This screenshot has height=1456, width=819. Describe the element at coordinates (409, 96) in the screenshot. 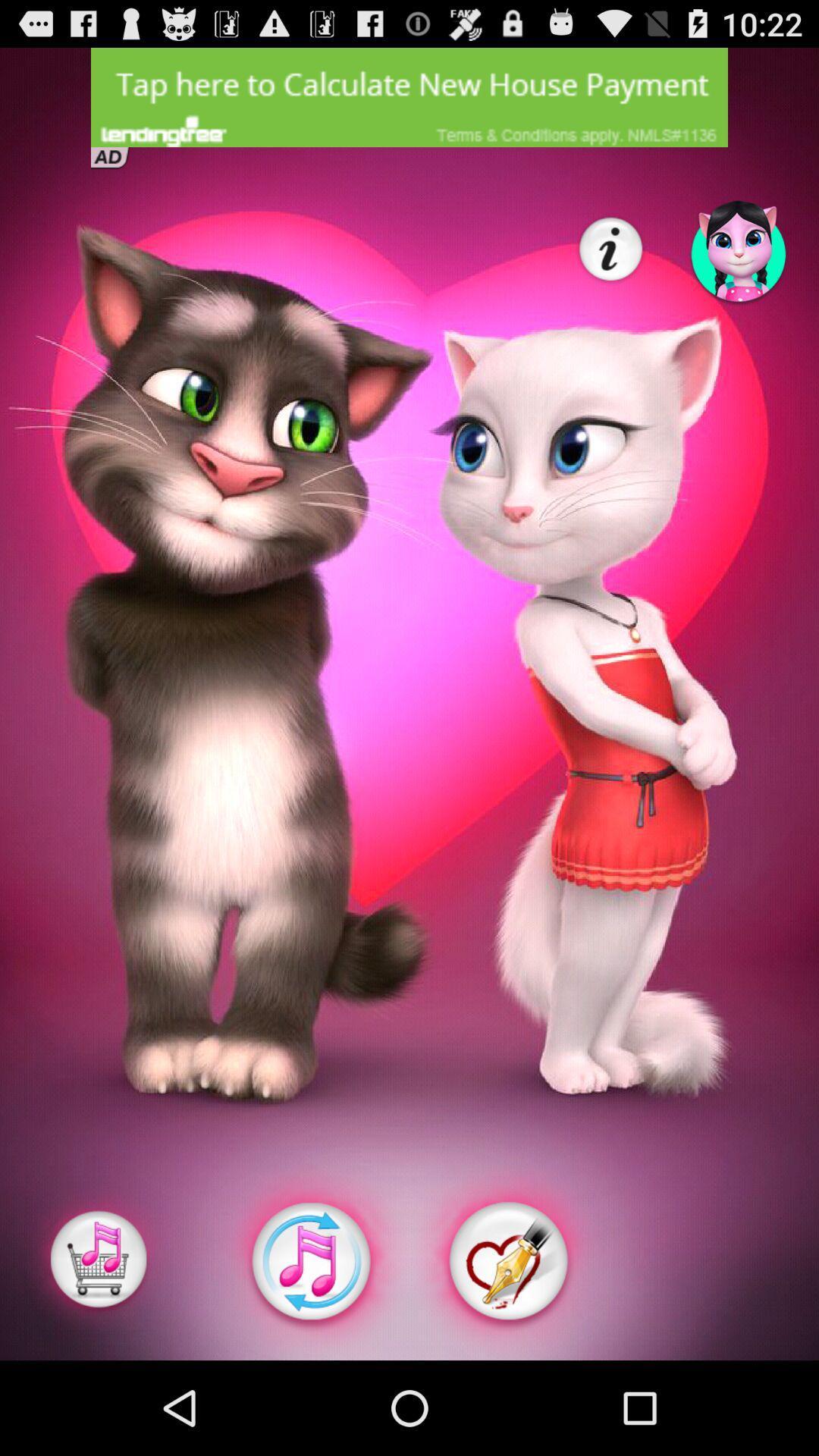

I see `click discriiption` at that location.